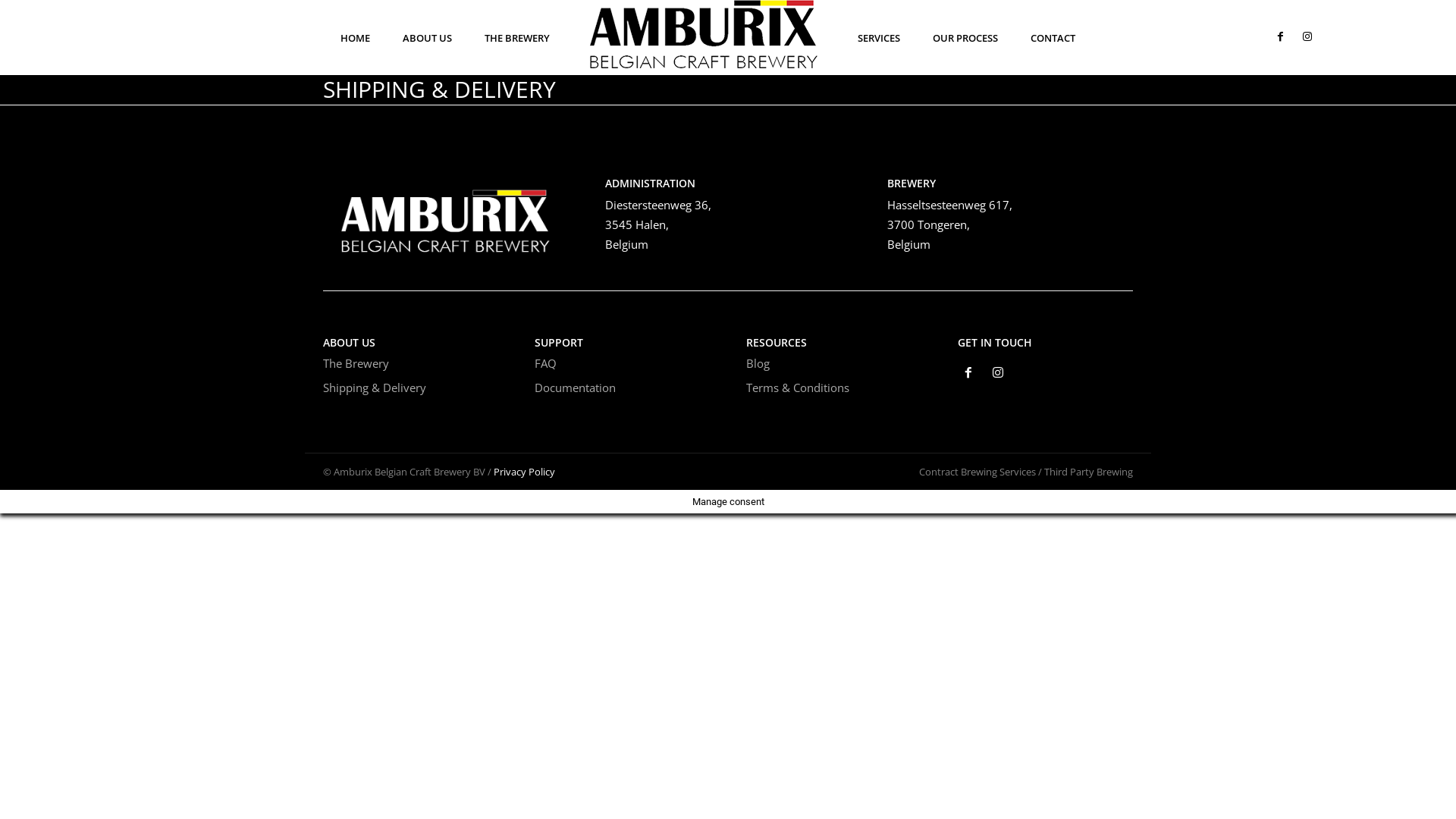  Describe the element at coordinates (878, 37) in the screenshot. I see `'SERVICES'` at that location.